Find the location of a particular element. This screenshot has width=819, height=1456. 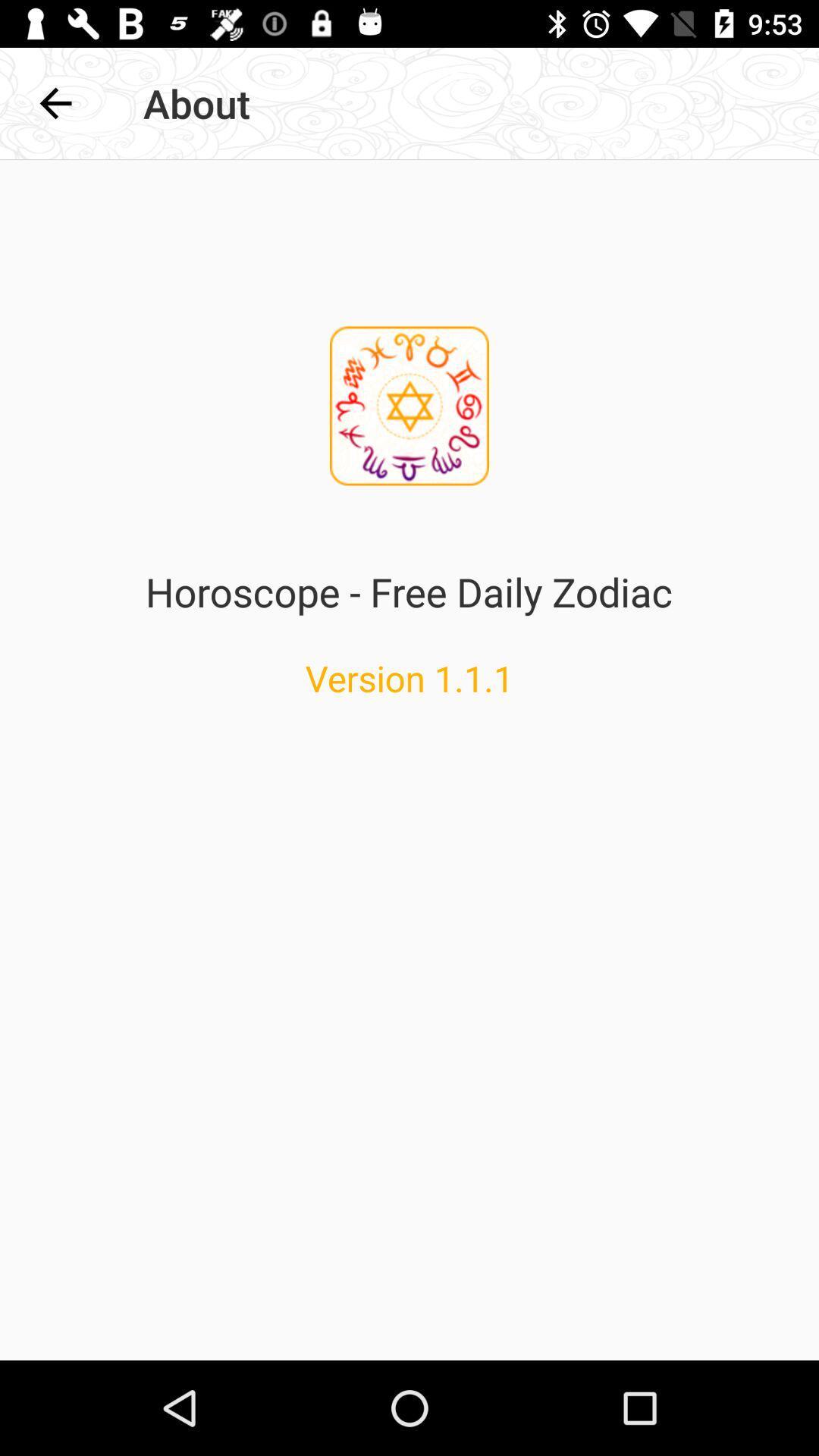

icon next to the about is located at coordinates (55, 102).